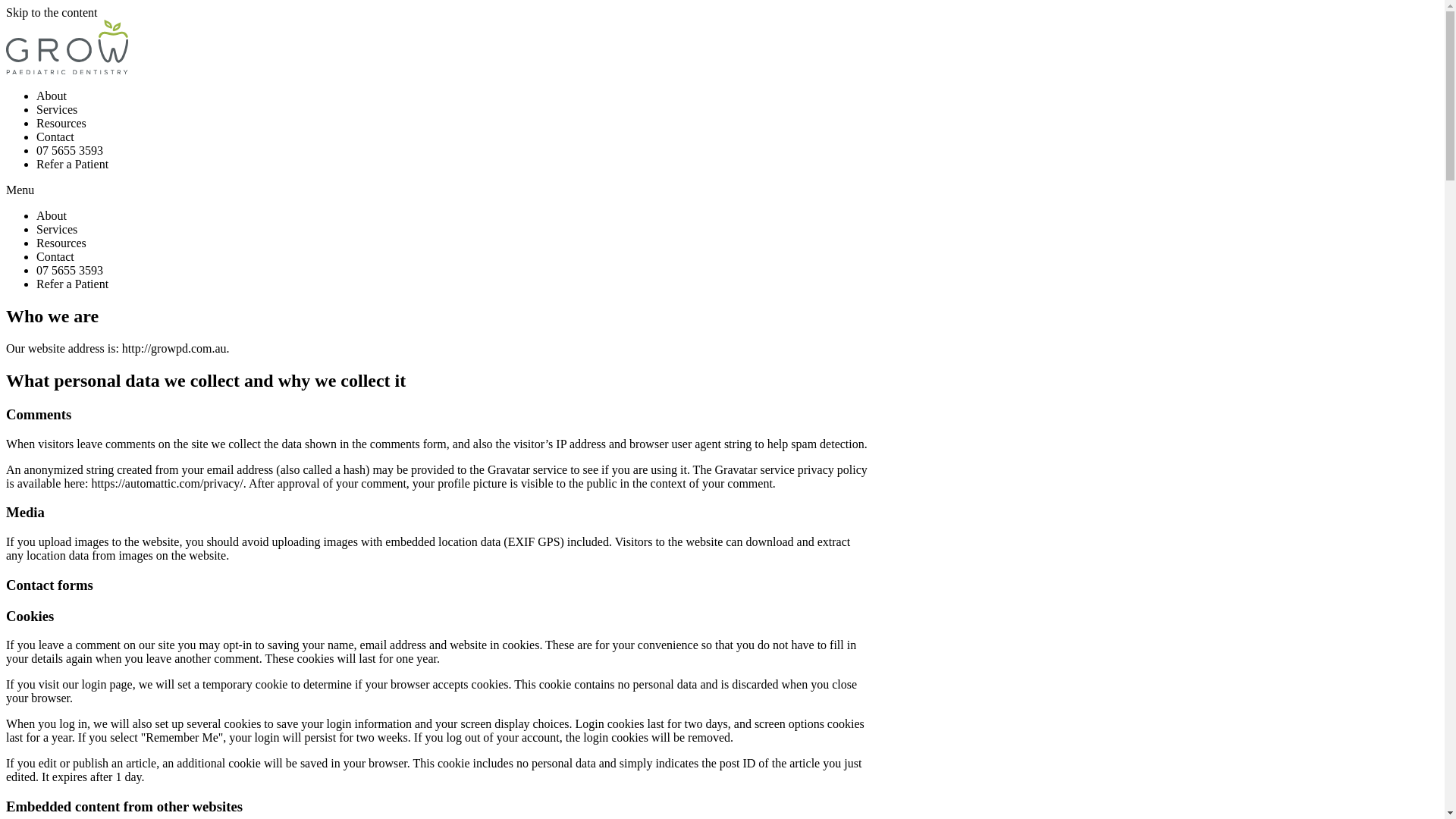 The height and width of the screenshot is (819, 1456). Describe the element at coordinates (61, 242) in the screenshot. I see `'Resources'` at that location.